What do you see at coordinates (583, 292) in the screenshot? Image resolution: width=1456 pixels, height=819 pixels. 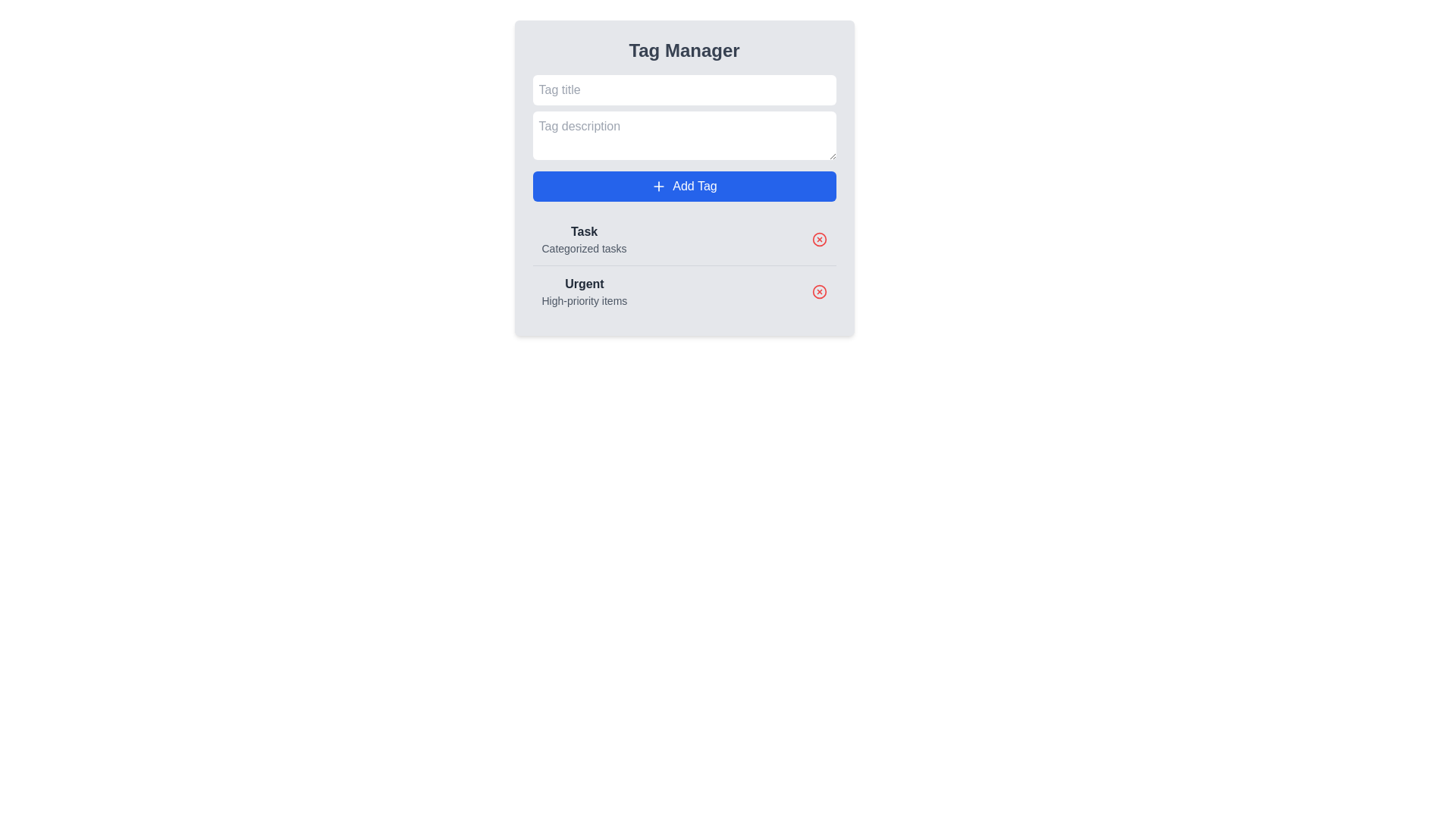 I see `the text label that describes the task category with the title 'Urgent' and description 'High-priority items', located in the lower middle portion of the interface between 'Task: Categorized tasks' and a red icon button` at bounding box center [583, 292].